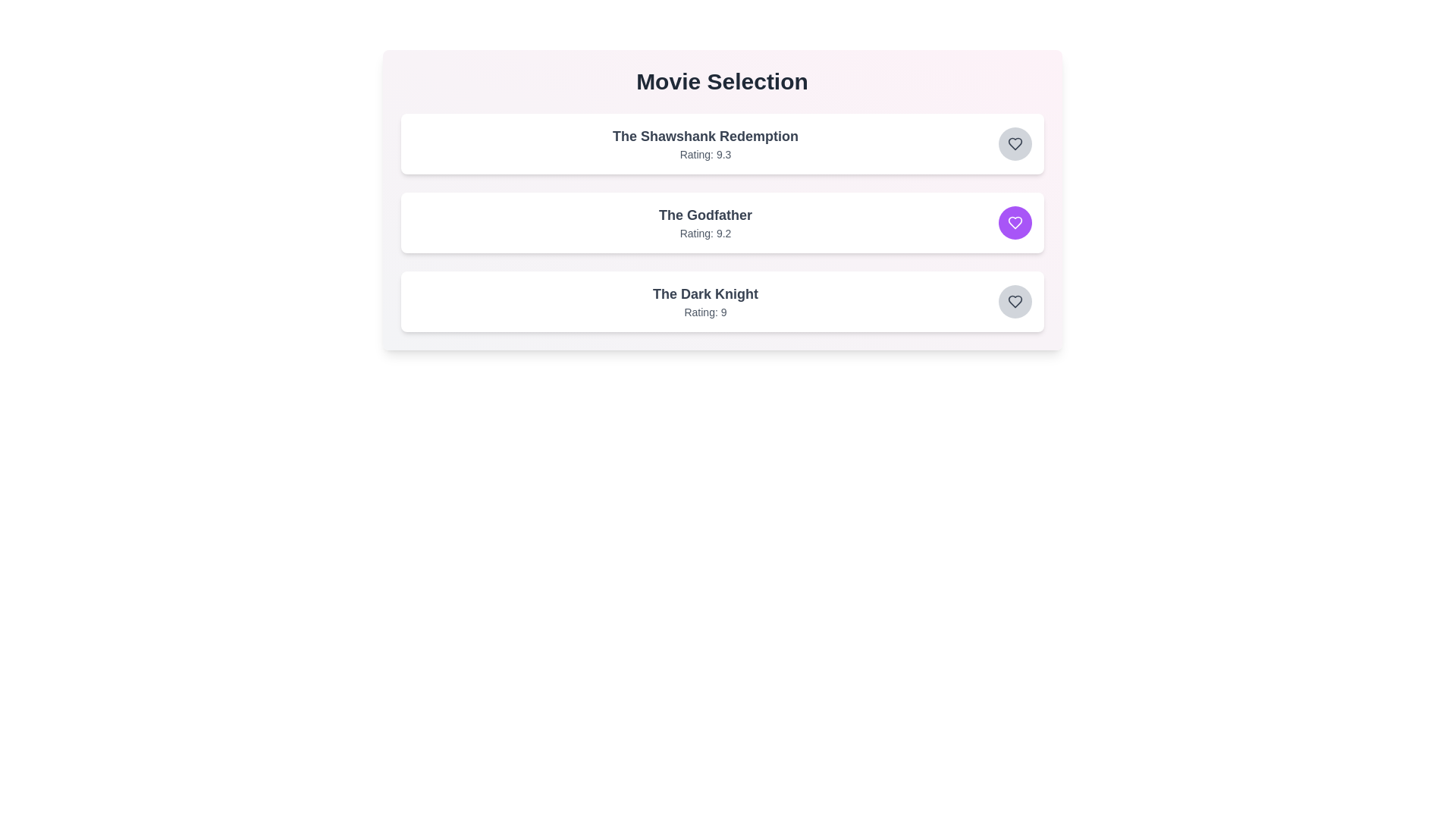  What do you see at coordinates (1015, 143) in the screenshot?
I see `favorite button for the movie titled The Shawshank Redemption to toggle its favorite status` at bounding box center [1015, 143].